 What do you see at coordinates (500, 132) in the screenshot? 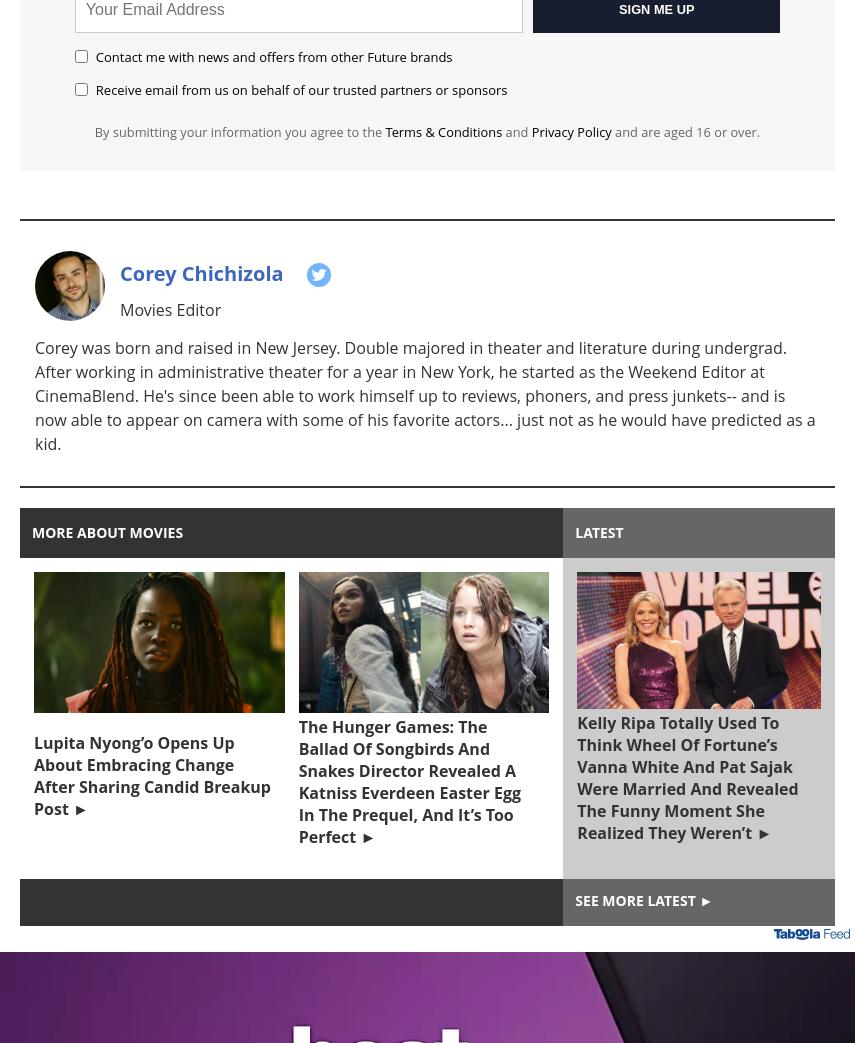
I see `'and'` at bounding box center [500, 132].